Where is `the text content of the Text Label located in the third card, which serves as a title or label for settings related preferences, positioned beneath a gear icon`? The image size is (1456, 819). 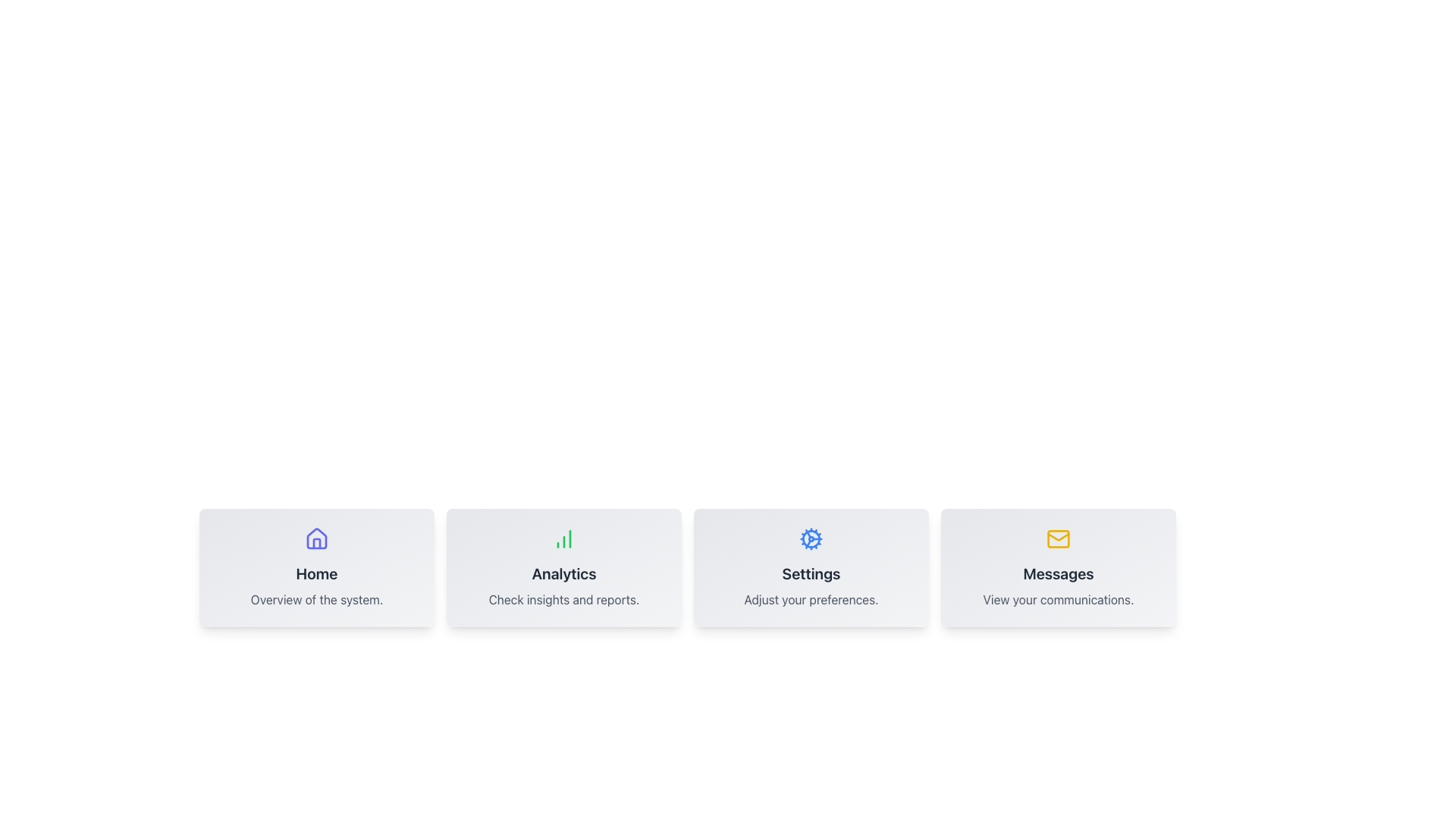 the text content of the Text Label located in the third card, which serves as a title or label for settings related preferences, positioned beneath a gear icon is located at coordinates (811, 573).